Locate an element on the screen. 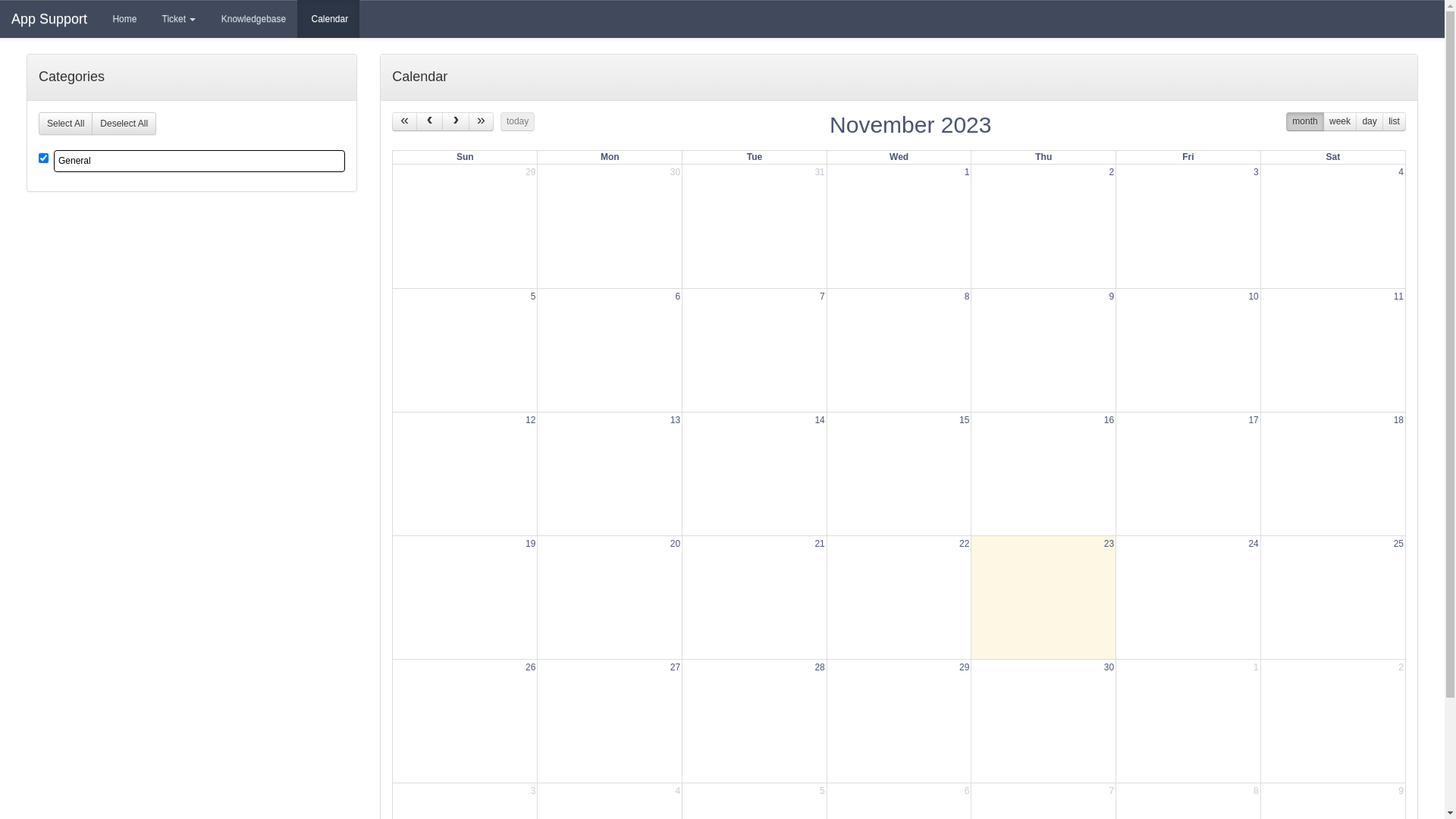  'today' is located at coordinates (517, 121).